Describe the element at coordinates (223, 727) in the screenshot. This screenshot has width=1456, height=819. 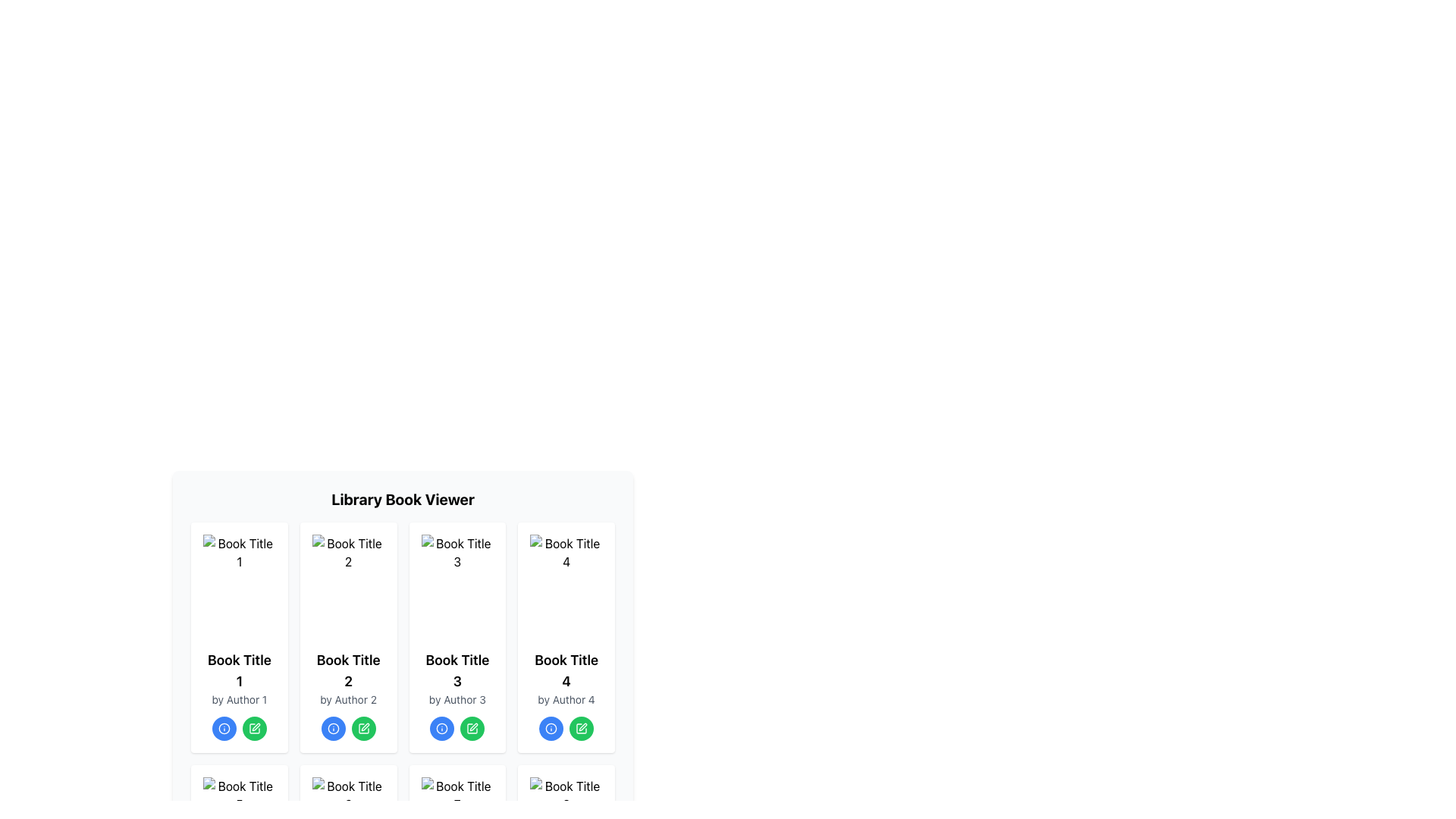
I see `the circular button with a blue background and white border that contains a white 'info' icon` at that location.